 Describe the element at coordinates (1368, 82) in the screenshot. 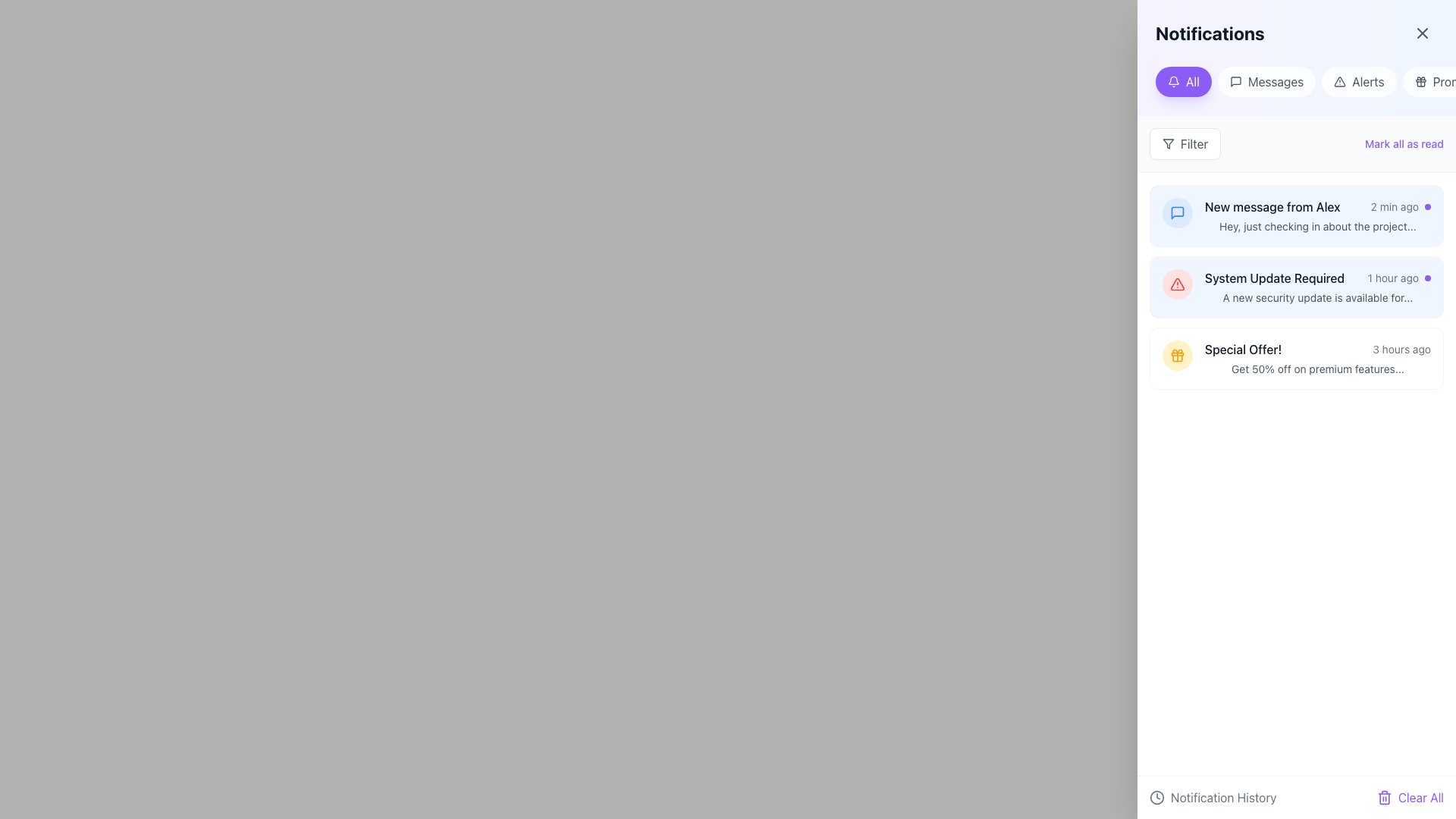

I see `the 'Alerts' button, which displays the text label in medium gray within a rounded white button, located in the top-right of the Notifications panel` at that location.